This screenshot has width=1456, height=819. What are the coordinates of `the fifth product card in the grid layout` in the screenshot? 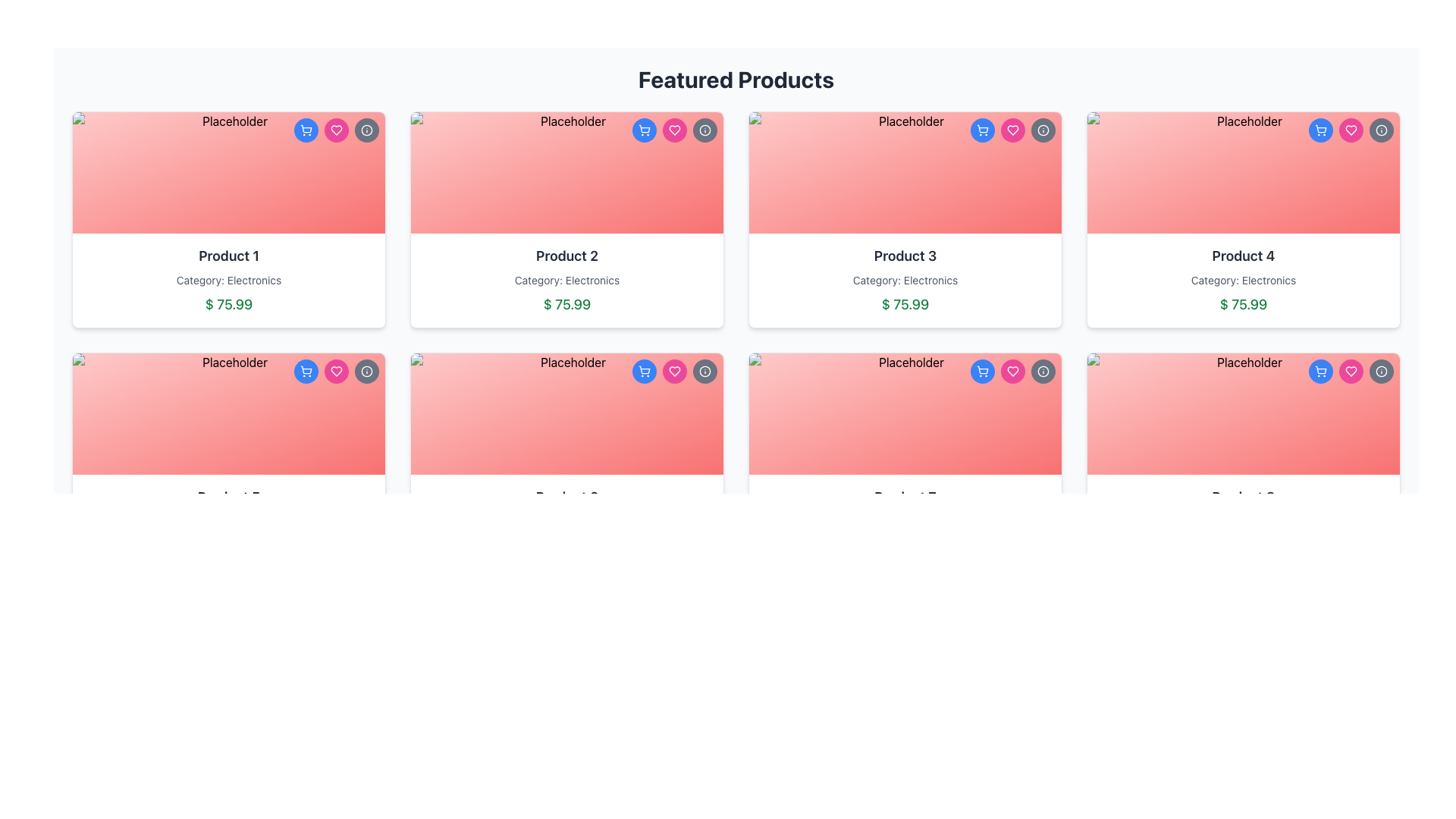 It's located at (228, 460).